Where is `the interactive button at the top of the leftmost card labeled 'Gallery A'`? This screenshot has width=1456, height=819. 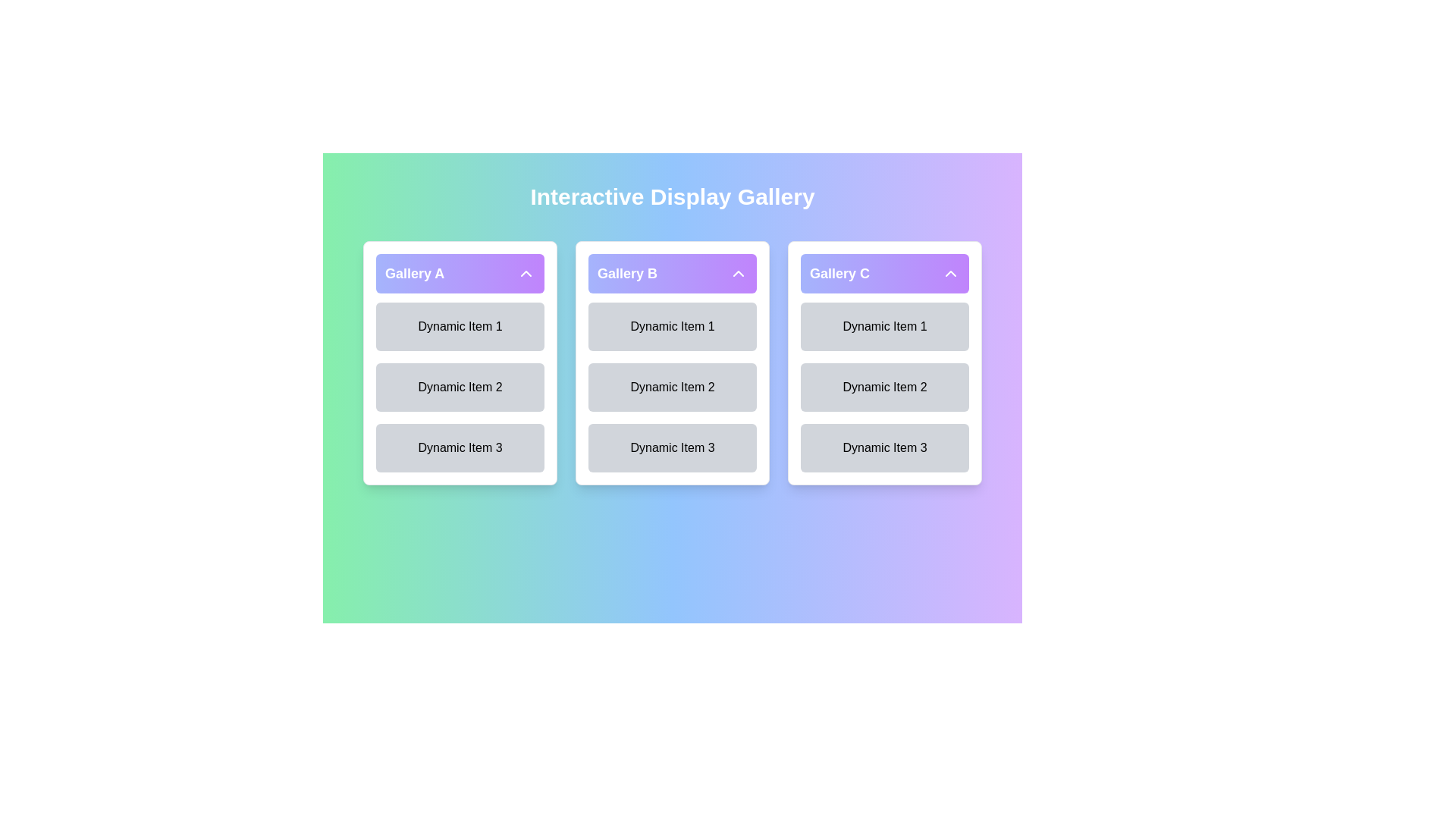 the interactive button at the top of the leftmost card labeled 'Gallery A' is located at coordinates (459, 274).